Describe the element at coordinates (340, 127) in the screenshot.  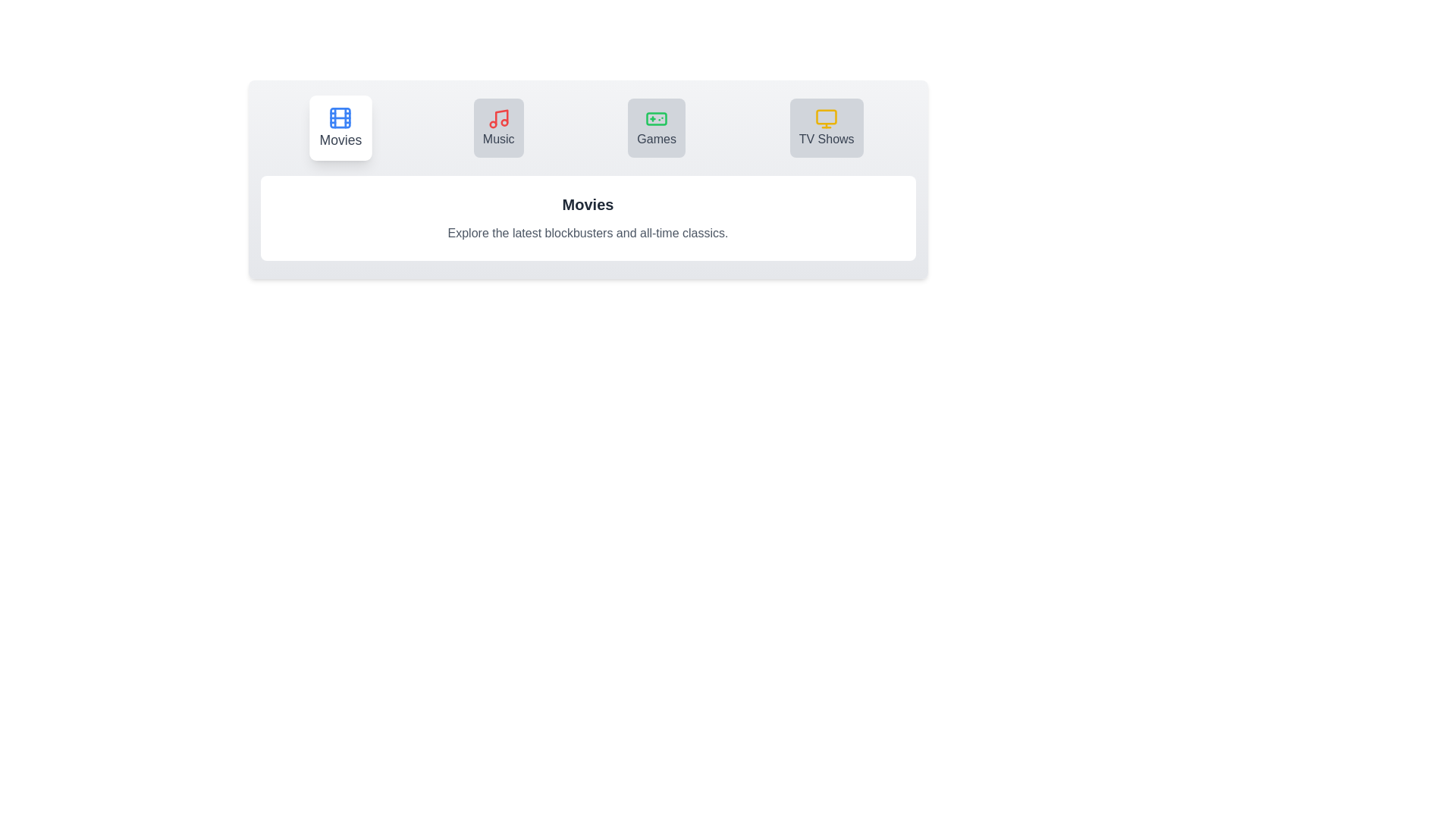
I see `the tab button labeled Movies to switch to the corresponding section` at that location.